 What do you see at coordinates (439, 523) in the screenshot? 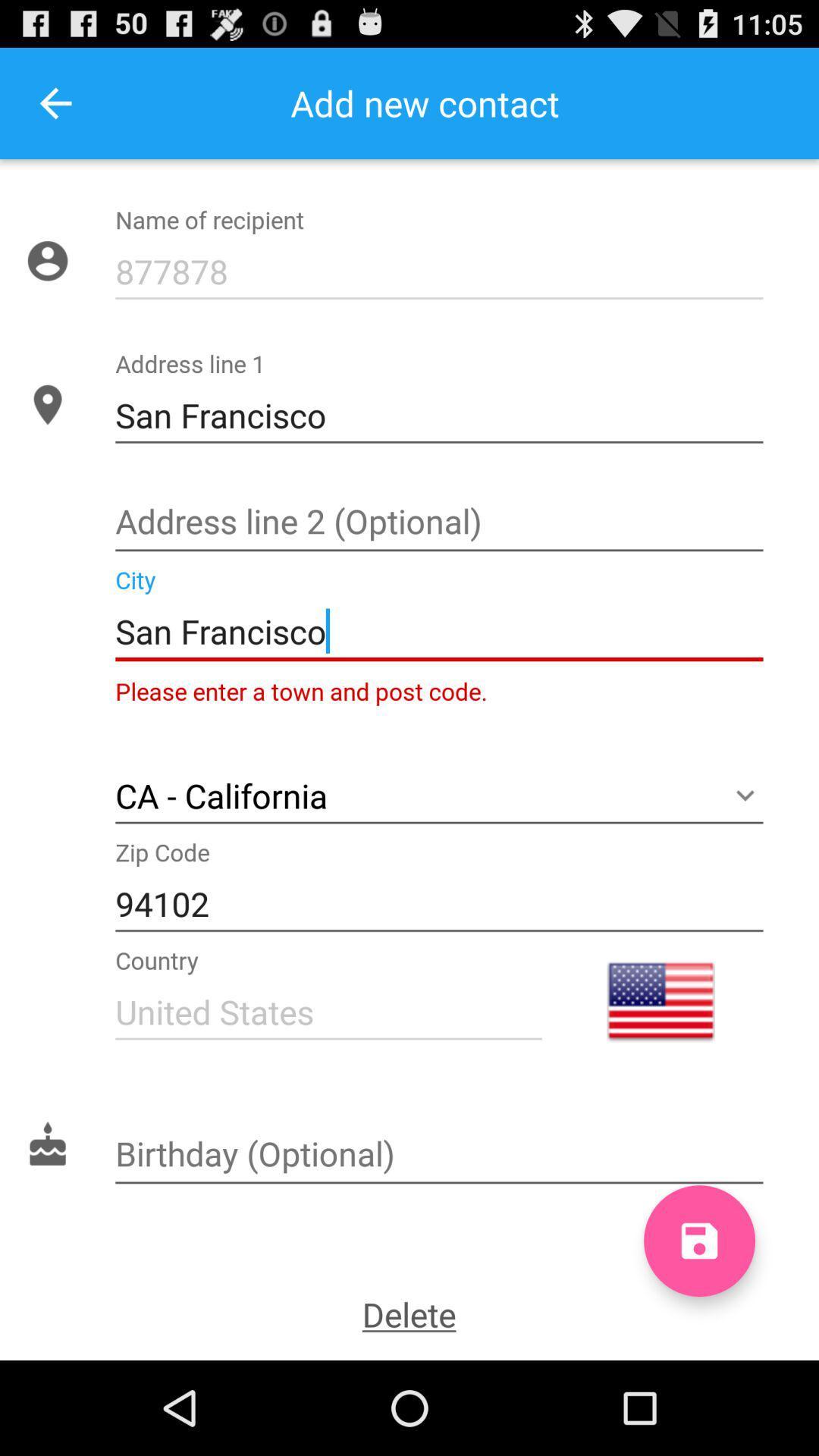
I see `information` at bounding box center [439, 523].